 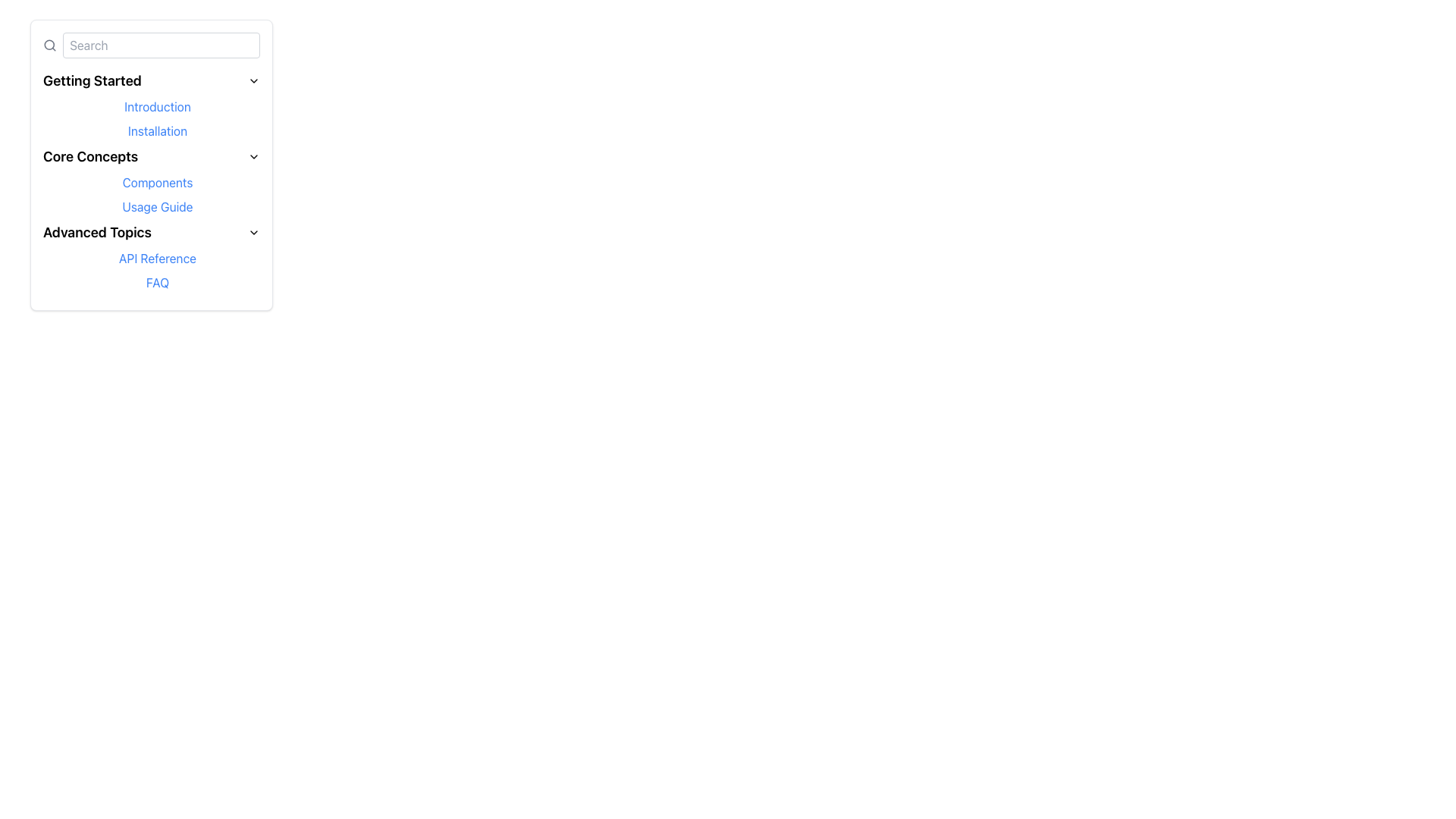 What do you see at coordinates (157, 207) in the screenshot?
I see `the 'Usage Guide' hyperlink located` at bounding box center [157, 207].